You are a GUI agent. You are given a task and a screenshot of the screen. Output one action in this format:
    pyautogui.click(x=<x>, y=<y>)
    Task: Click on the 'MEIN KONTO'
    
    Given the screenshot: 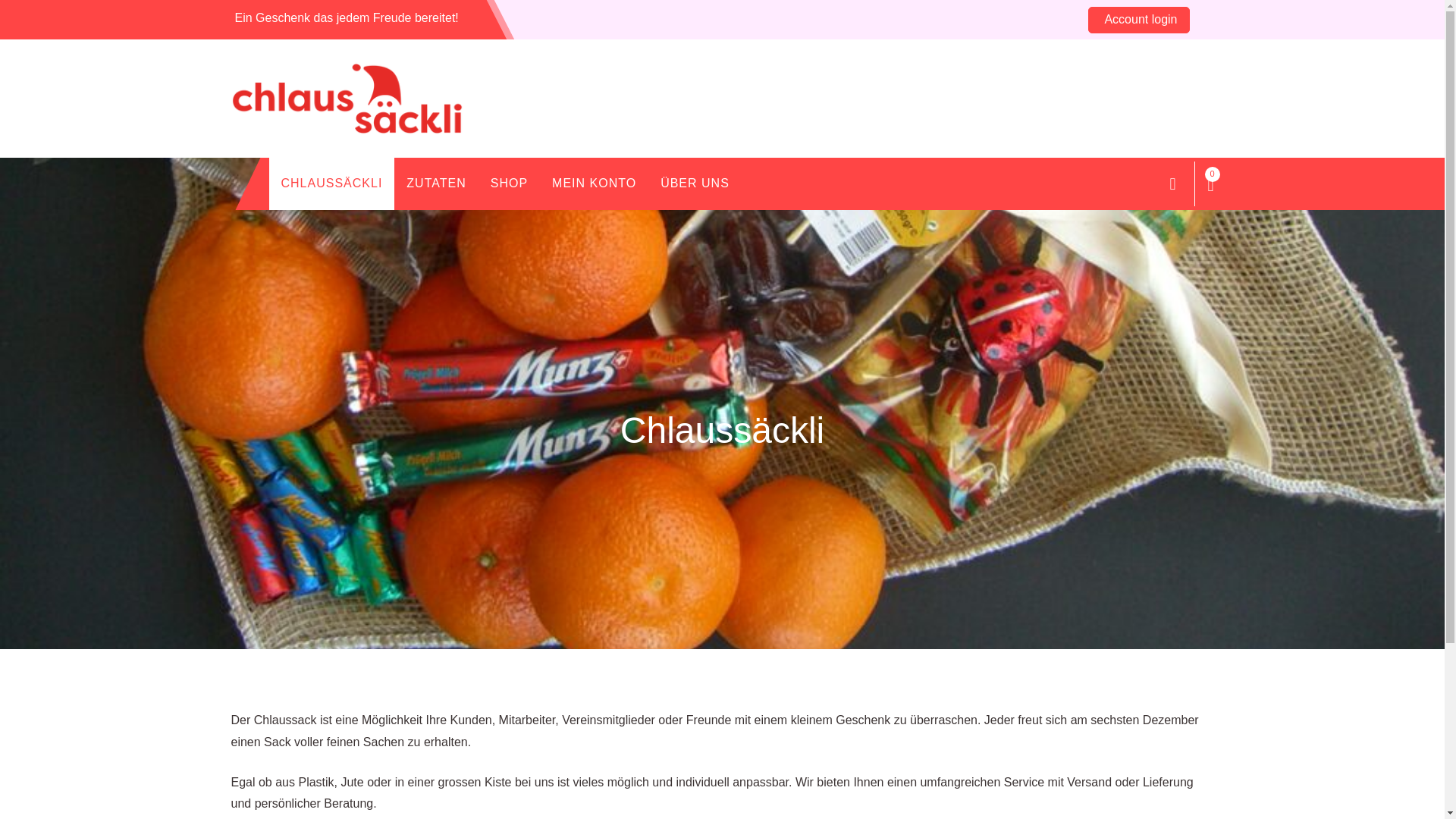 What is the action you would take?
    pyautogui.click(x=593, y=183)
    